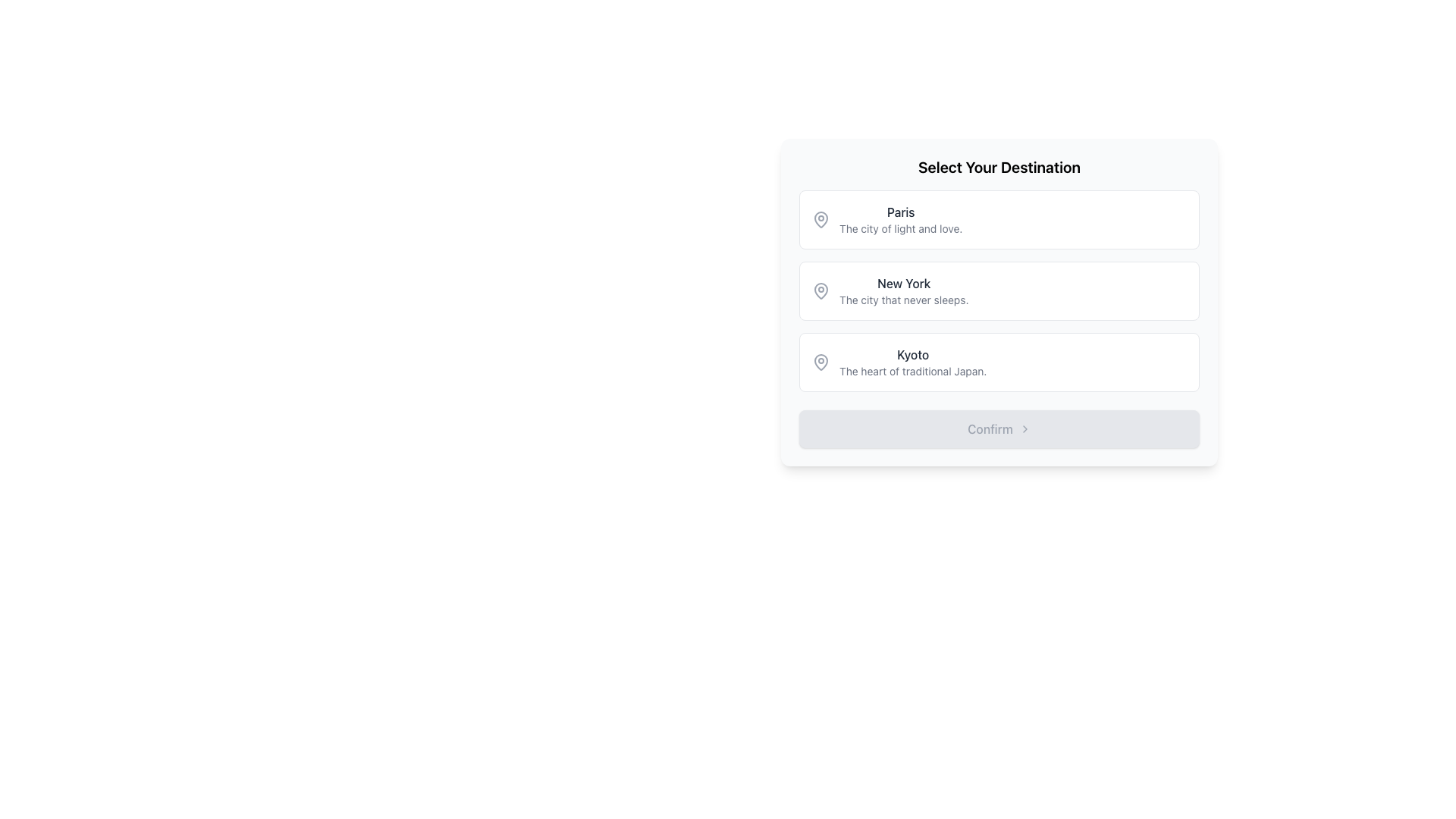 The image size is (1456, 819). What do you see at coordinates (904, 284) in the screenshot?
I see `the 'New York' text label in the city selection interface, which is the second item in the vertical list, positioned below 'Paris' and above 'Kyoto'` at bounding box center [904, 284].